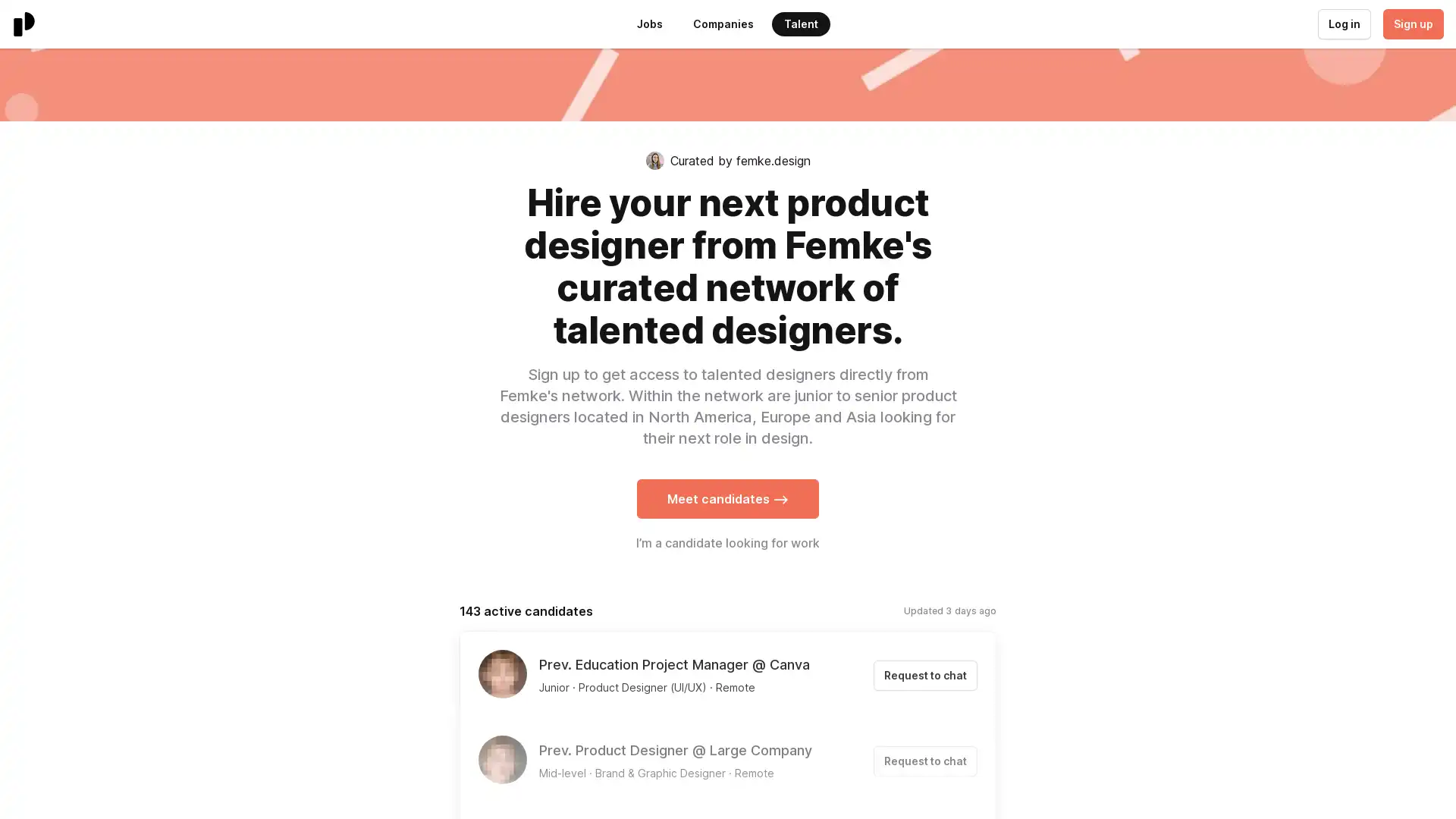  Describe the element at coordinates (1411, 24) in the screenshot. I see `Sign up` at that location.